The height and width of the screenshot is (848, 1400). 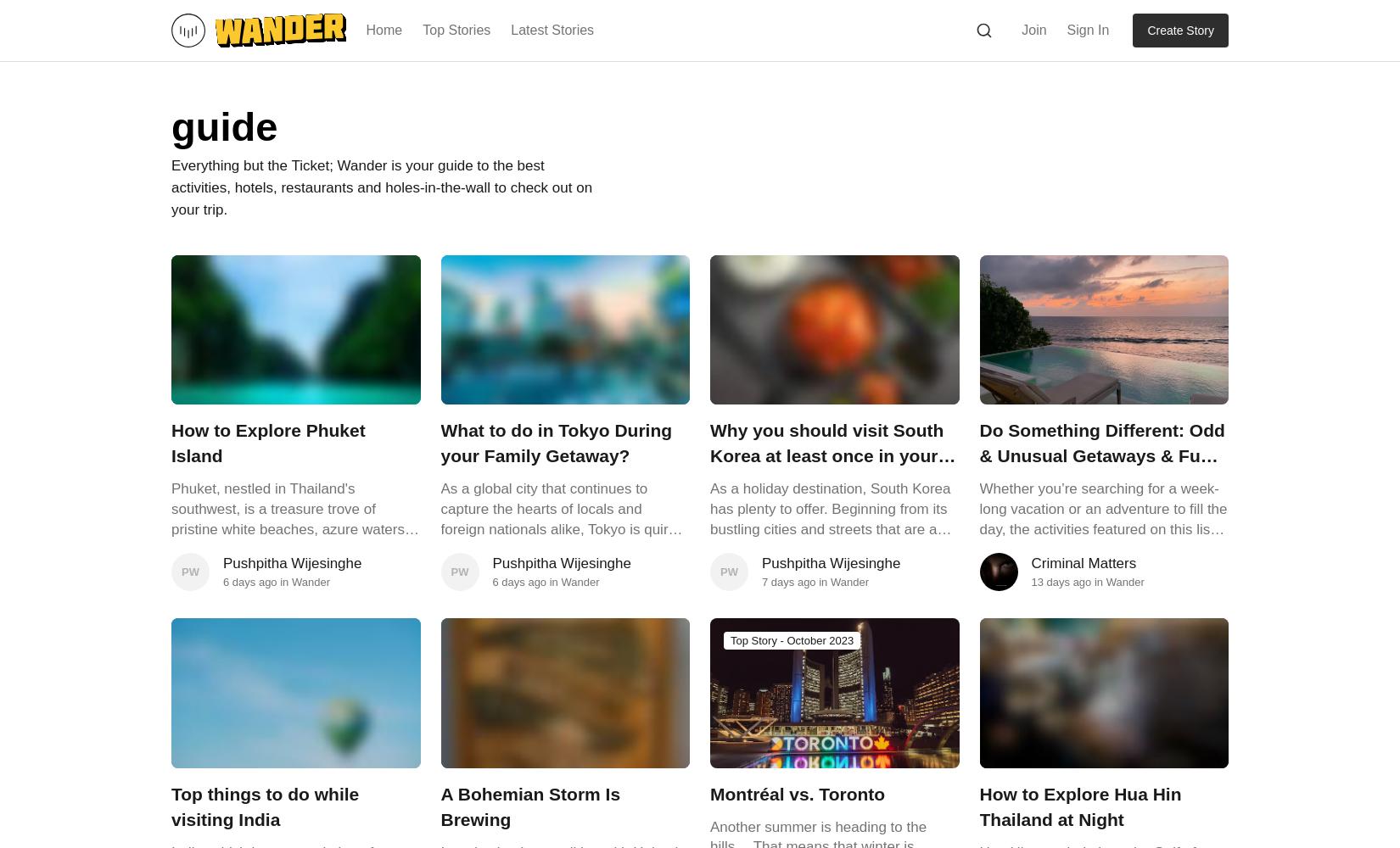 I want to click on 'Create Story', so click(x=1146, y=31).